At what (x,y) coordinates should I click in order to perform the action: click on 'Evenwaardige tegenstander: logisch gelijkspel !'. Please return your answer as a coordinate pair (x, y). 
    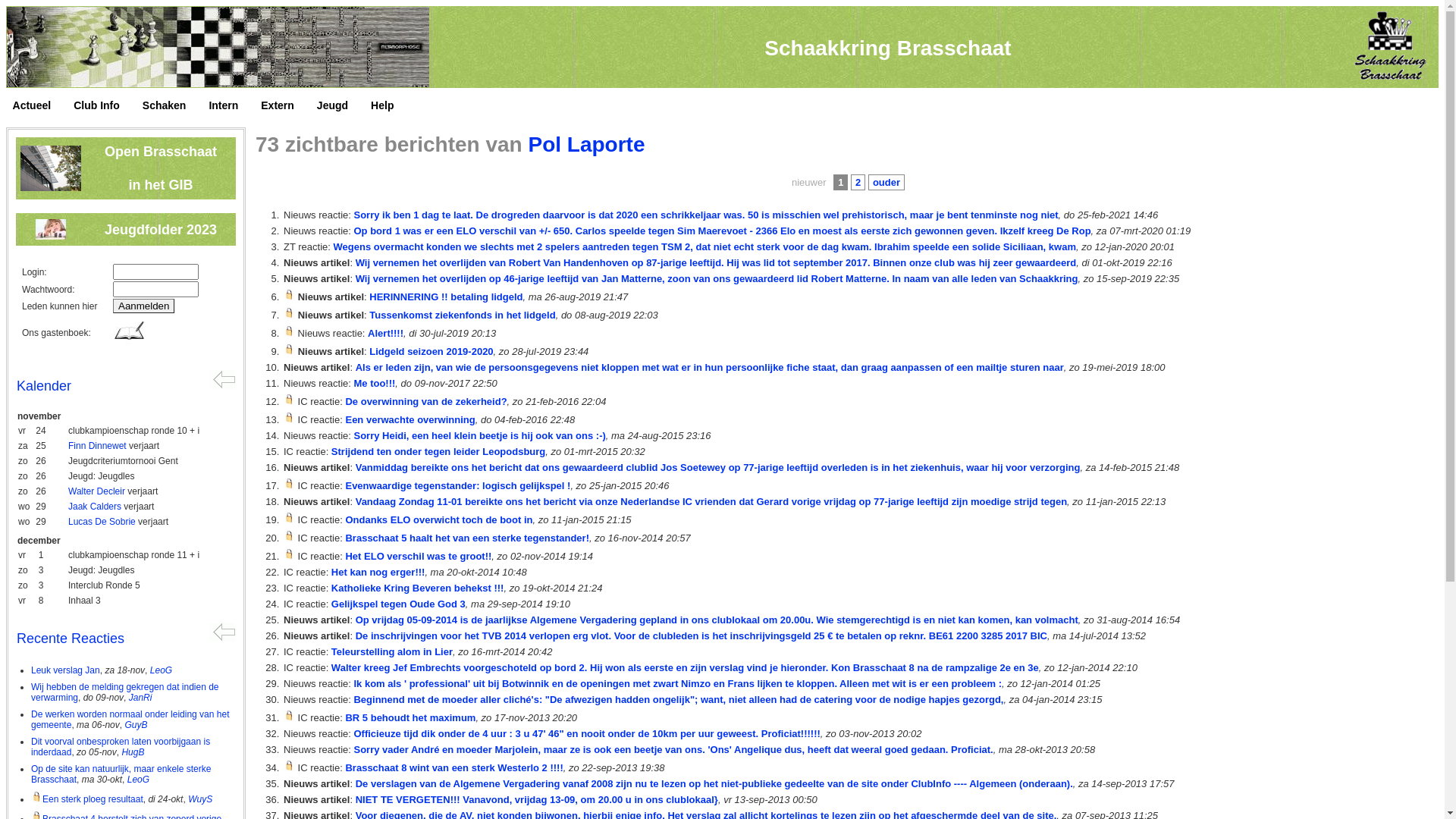
    Looking at the image, I should click on (457, 485).